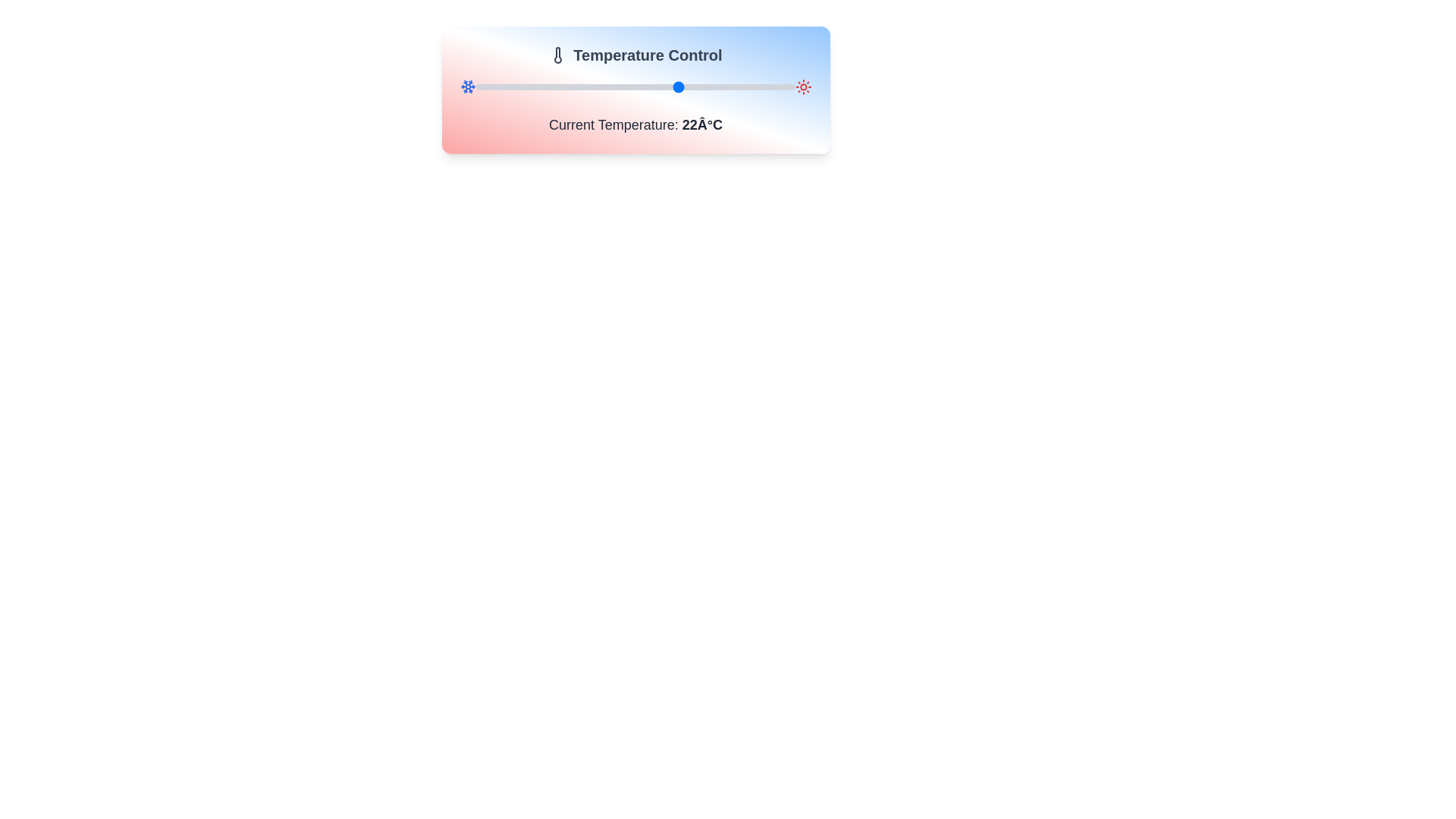 The width and height of the screenshot is (1456, 819). What do you see at coordinates (776, 87) in the screenshot?
I see `the temperature` at bounding box center [776, 87].